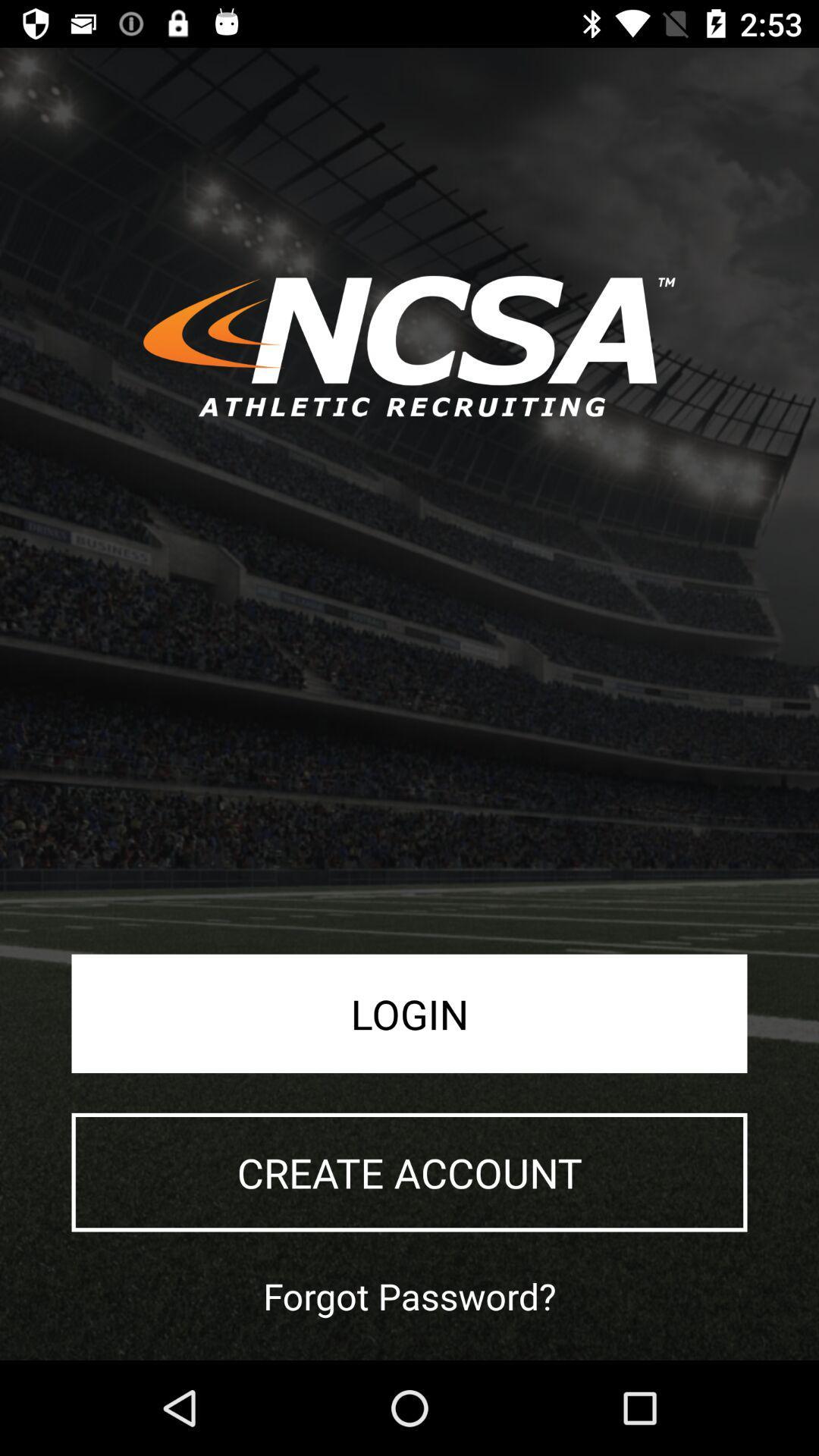 The width and height of the screenshot is (819, 1456). Describe the element at coordinates (409, 1172) in the screenshot. I see `the create account icon` at that location.